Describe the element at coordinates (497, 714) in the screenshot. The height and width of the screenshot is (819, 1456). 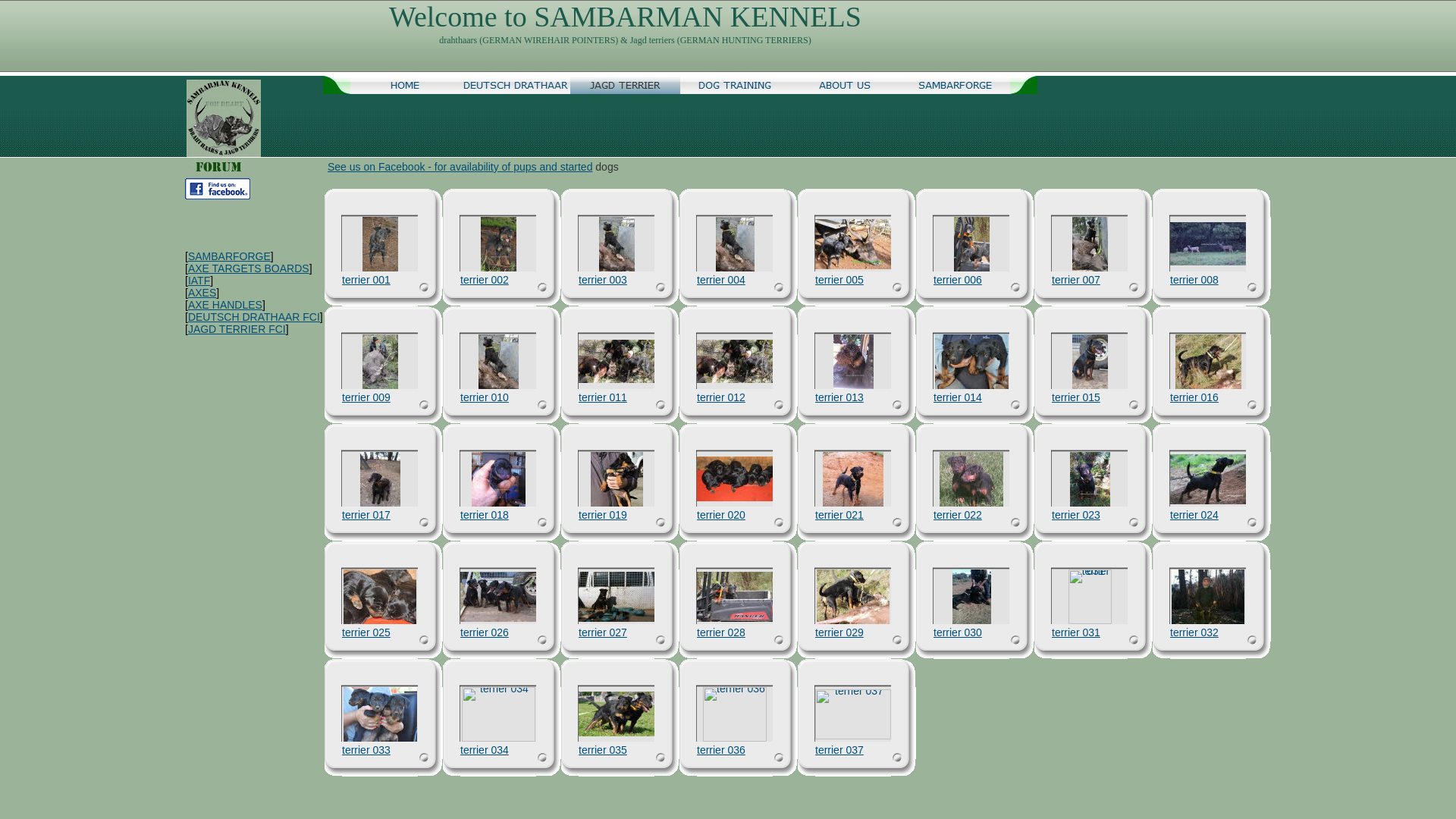
I see `'terrier 034'` at that location.